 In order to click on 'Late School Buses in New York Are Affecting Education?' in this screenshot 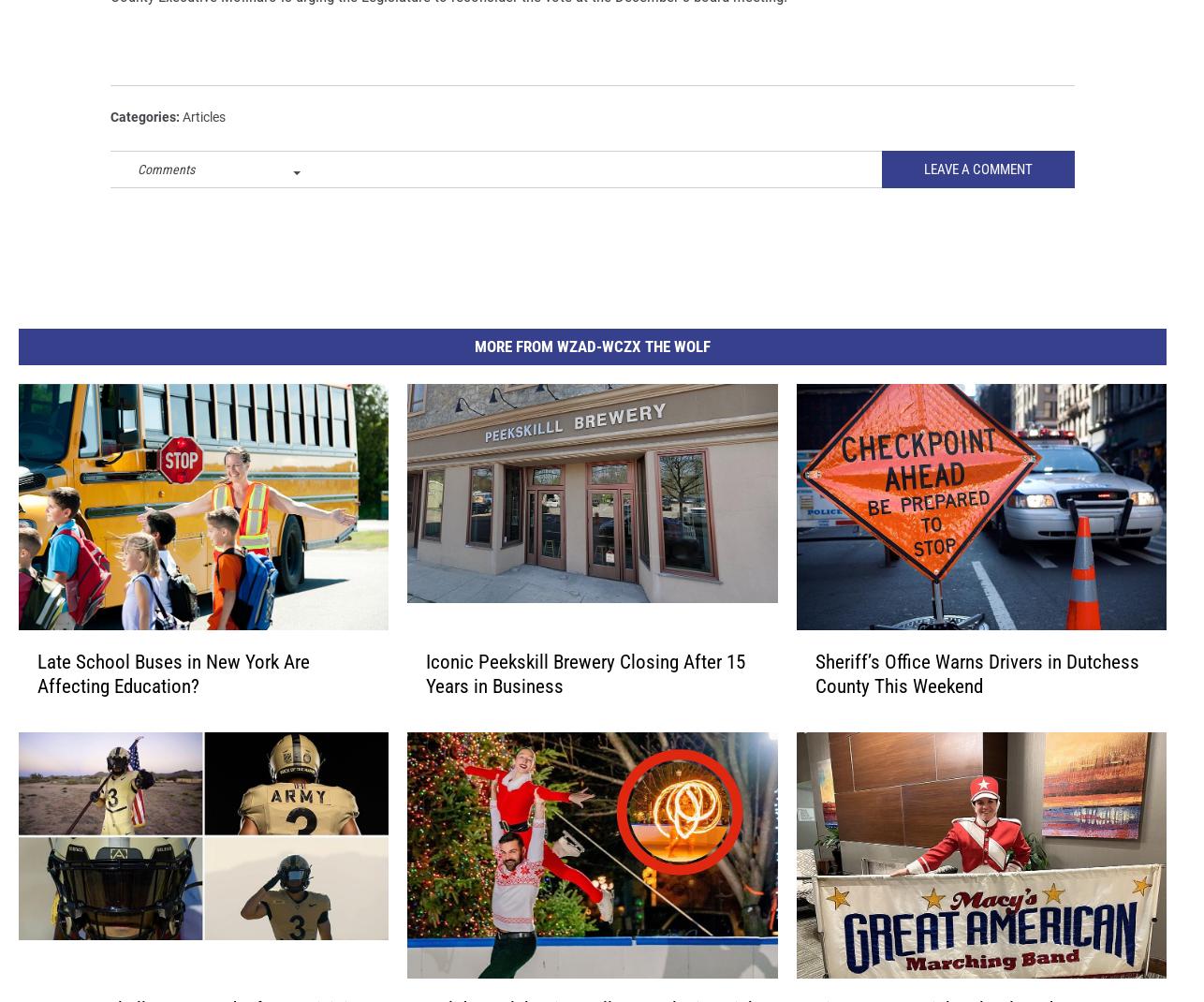, I will do `click(173, 702)`.